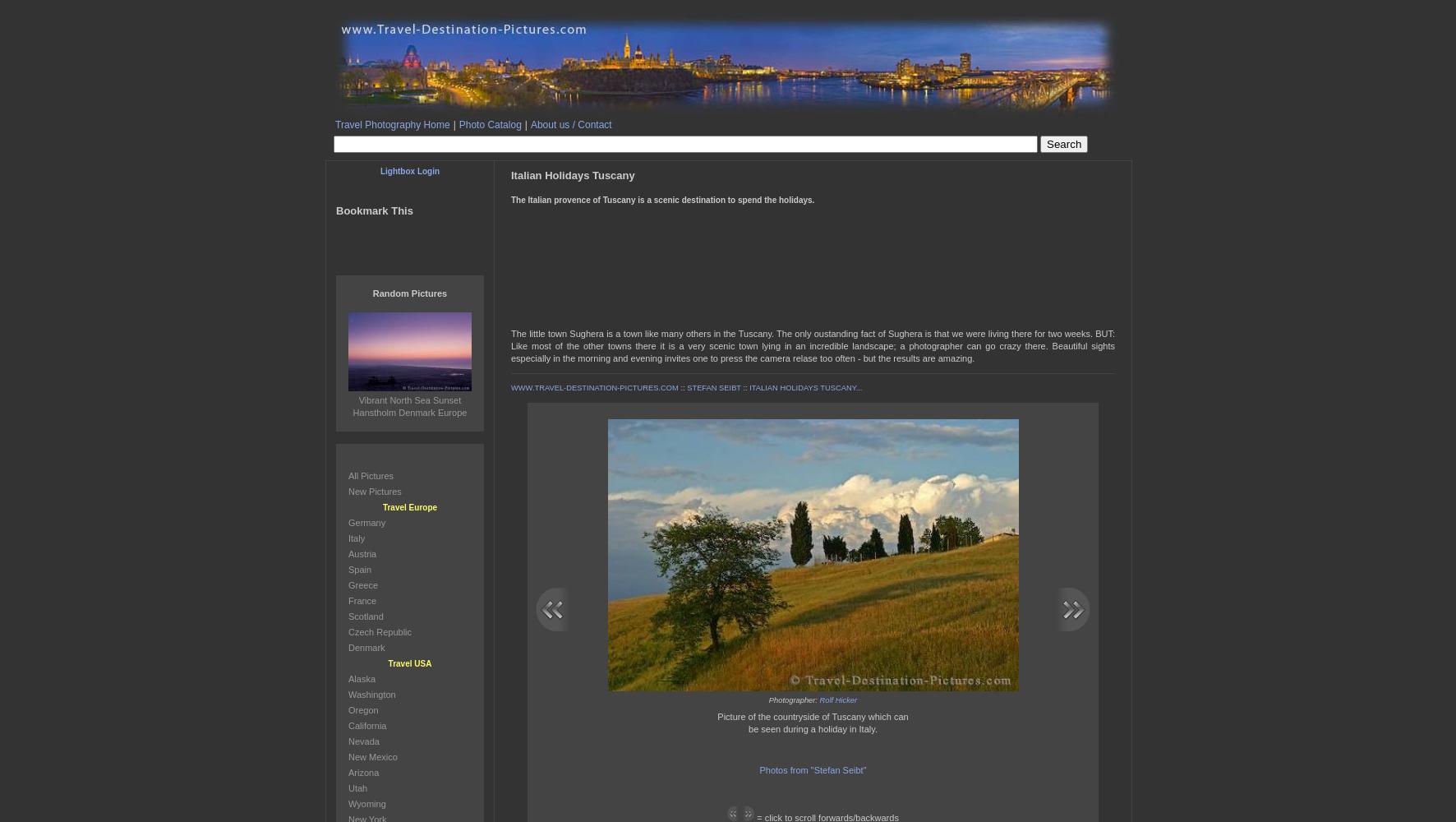 This screenshot has height=822, width=1456. What do you see at coordinates (408, 170) in the screenshot?
I see `'Lightbox Login'` at bounding box center [408, 170].